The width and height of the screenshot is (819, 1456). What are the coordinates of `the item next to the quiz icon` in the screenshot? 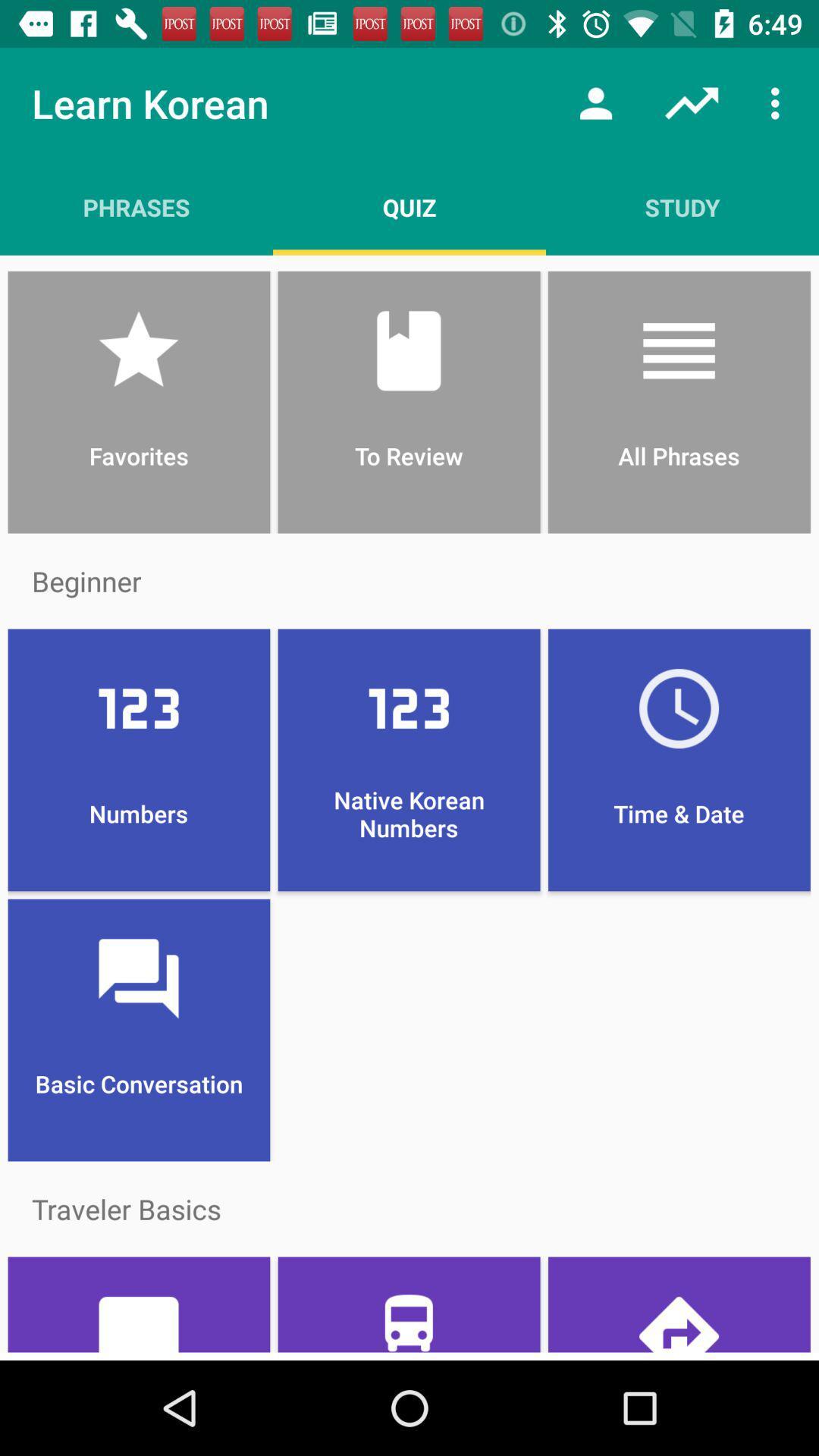 It's located at (681, 206).